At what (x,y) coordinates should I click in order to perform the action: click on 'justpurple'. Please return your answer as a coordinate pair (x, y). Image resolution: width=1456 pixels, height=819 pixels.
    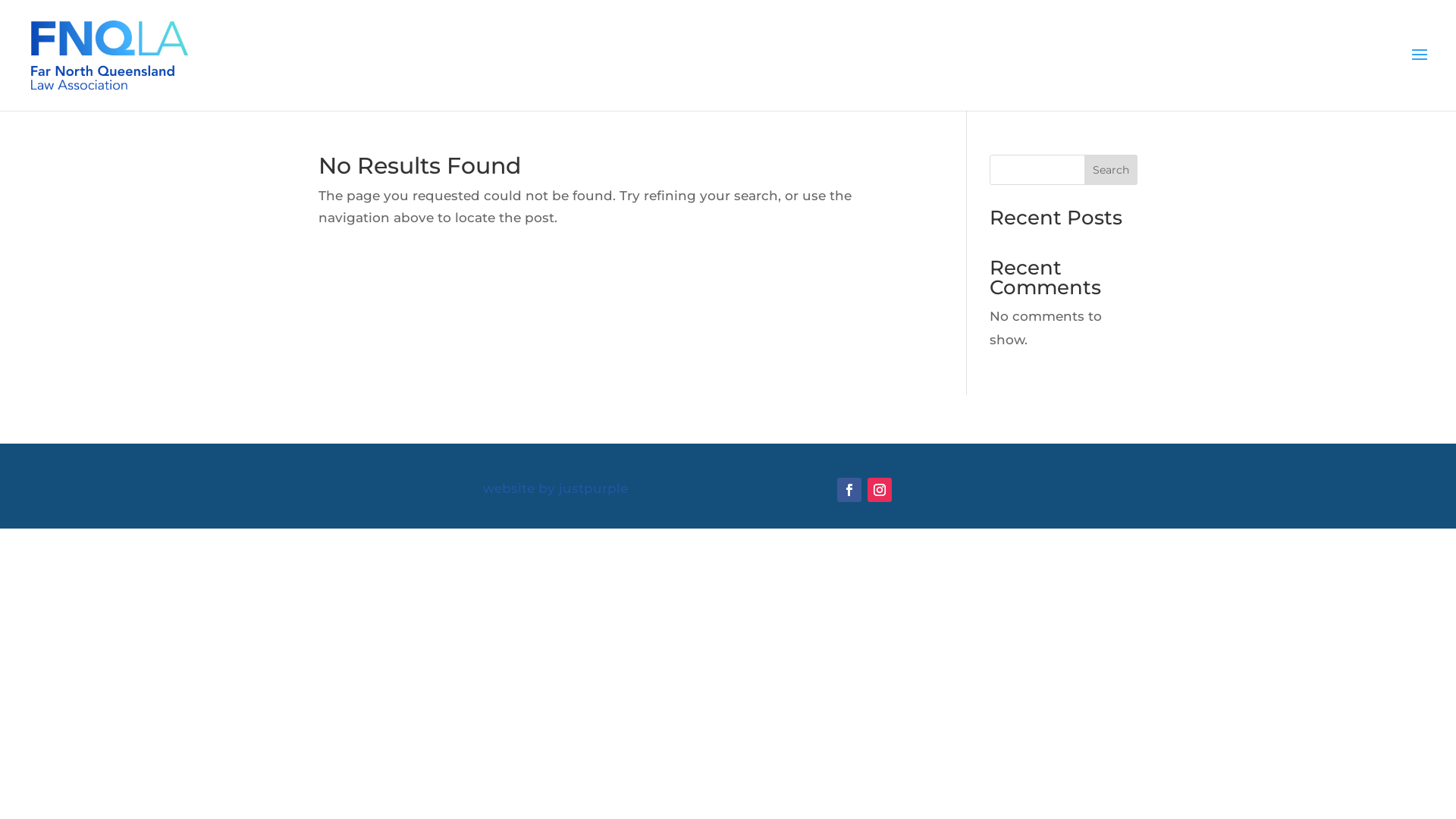
    Looking at the image, I should click on (592, 488).